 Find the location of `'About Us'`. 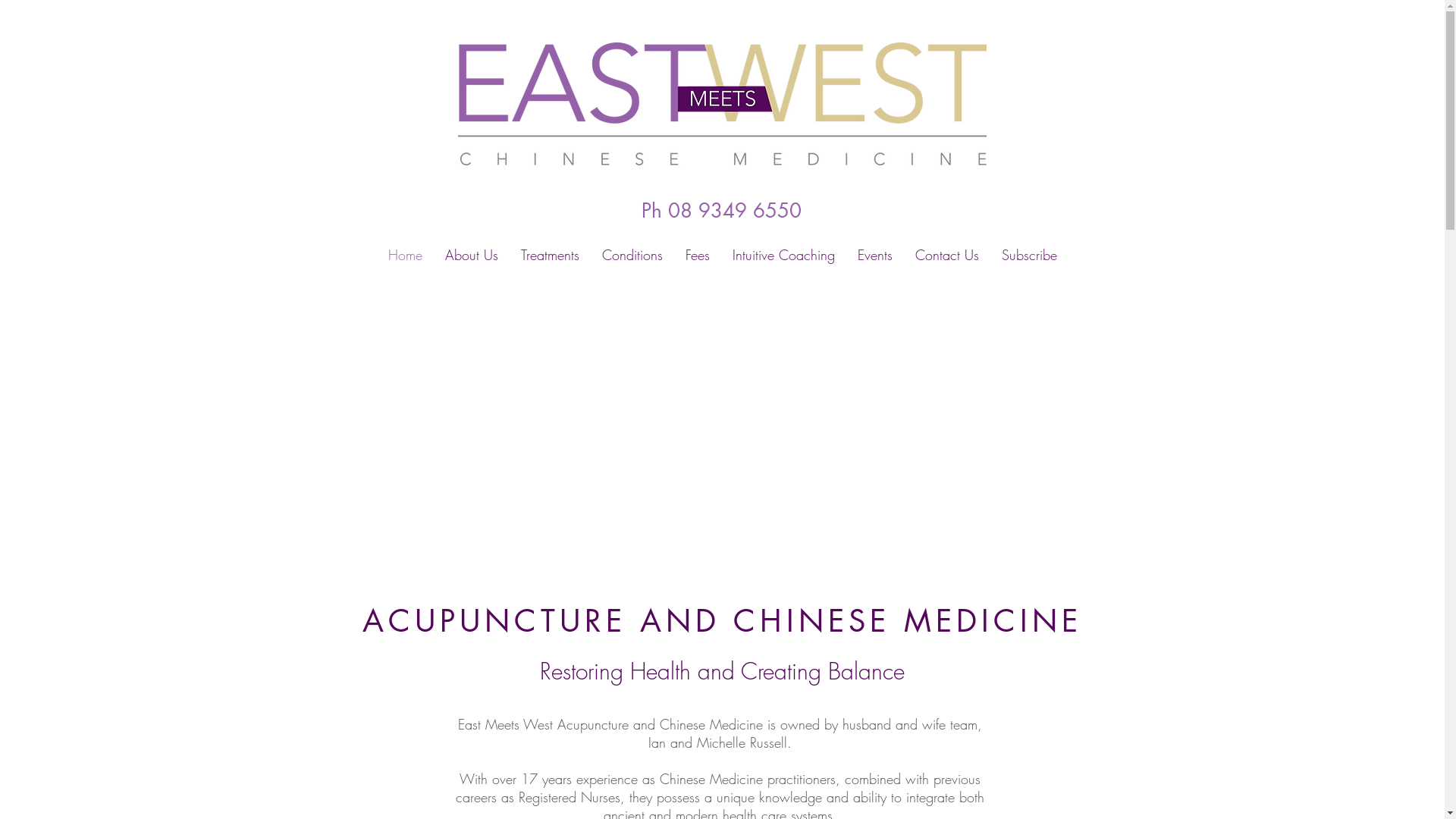

'About Us' is located at coordinates (471, 253).